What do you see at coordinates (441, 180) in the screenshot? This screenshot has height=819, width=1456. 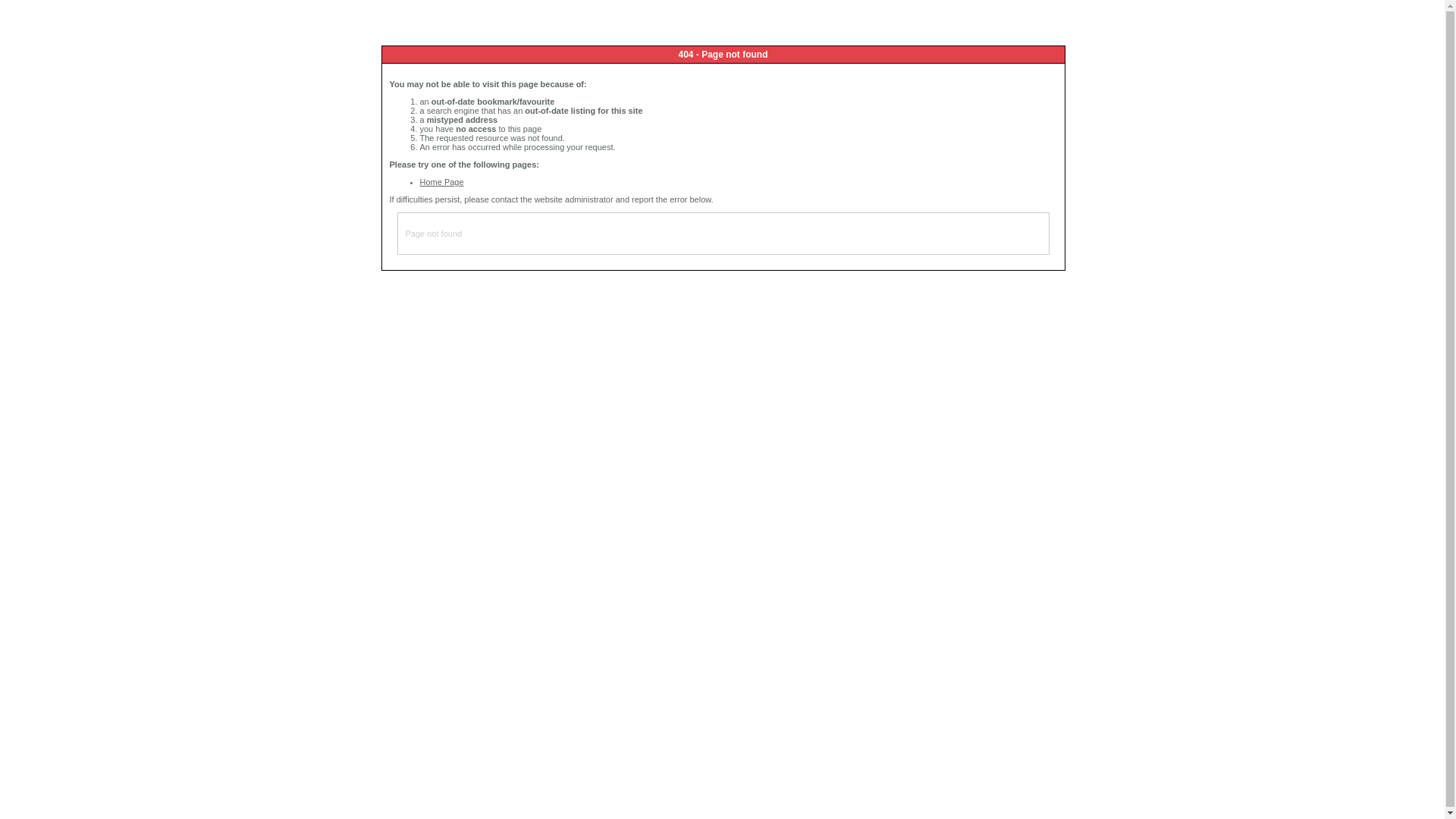 I see `'Home Page'` at bounding box center [441, 180].